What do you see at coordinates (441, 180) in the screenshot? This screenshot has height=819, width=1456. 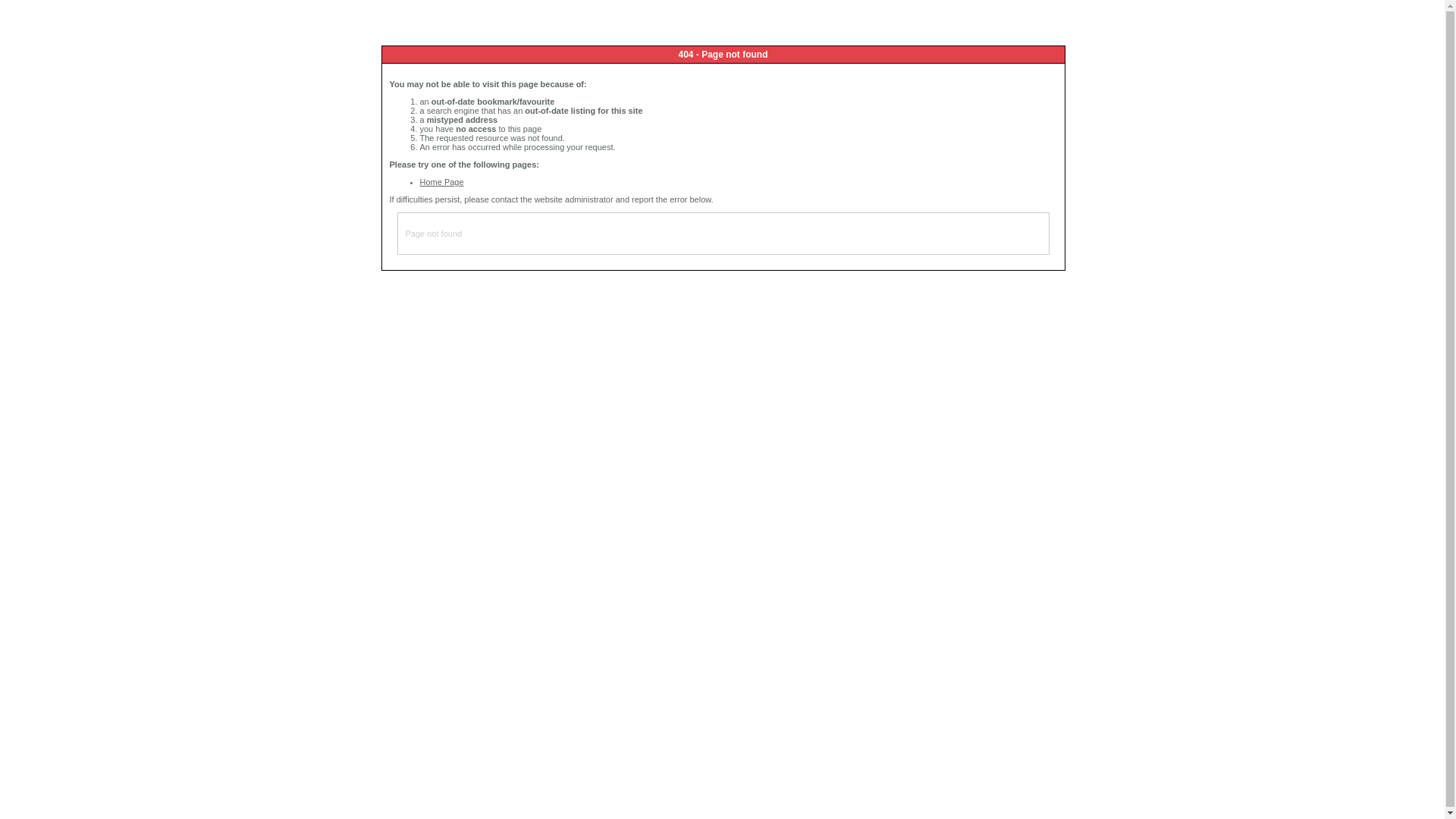 I see `'Home Page'` at bounding box center [441, 180].